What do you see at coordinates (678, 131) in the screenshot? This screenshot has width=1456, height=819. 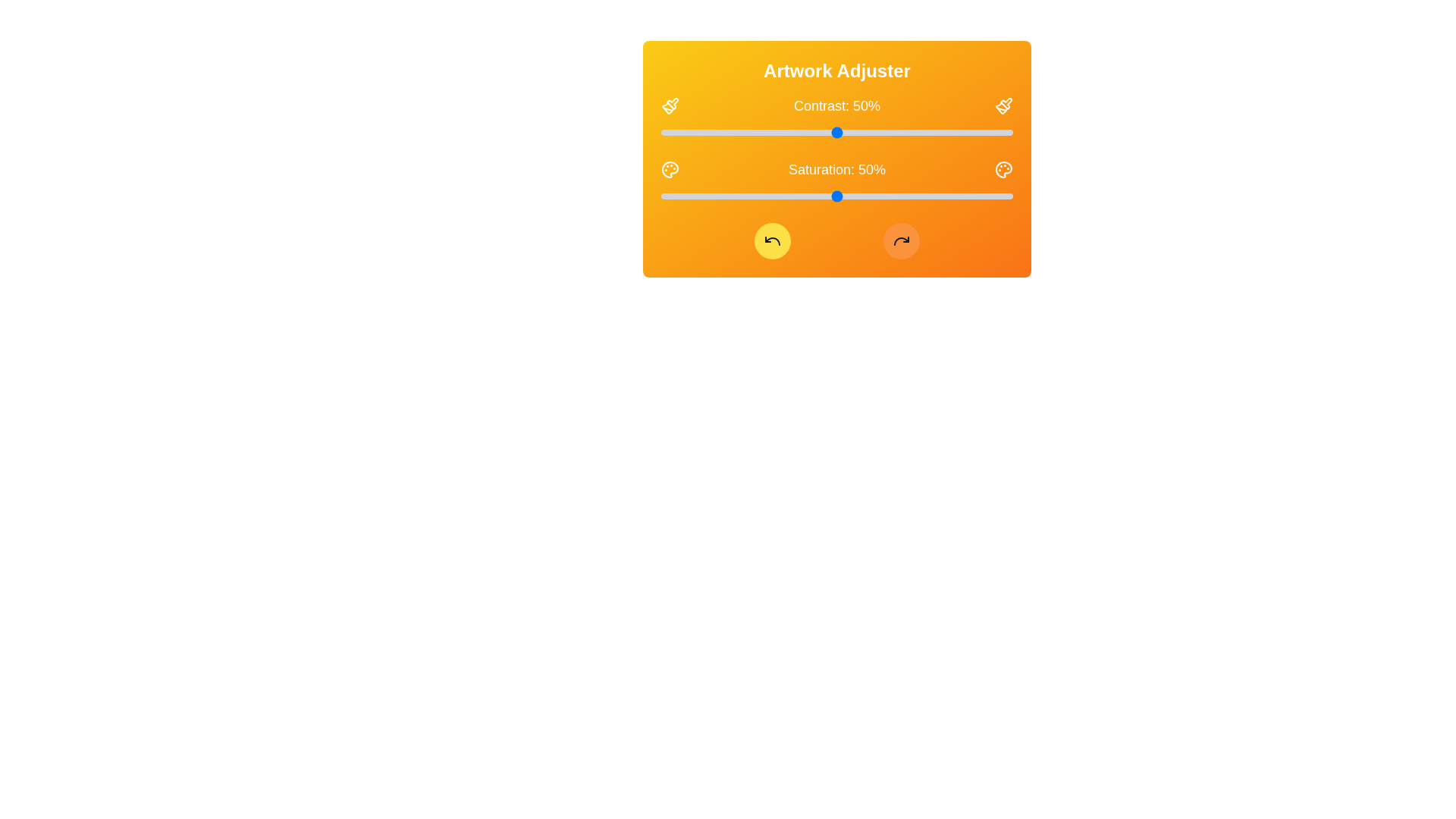 I see `the contrast slider to 5%` at bounding box center [678, 131].